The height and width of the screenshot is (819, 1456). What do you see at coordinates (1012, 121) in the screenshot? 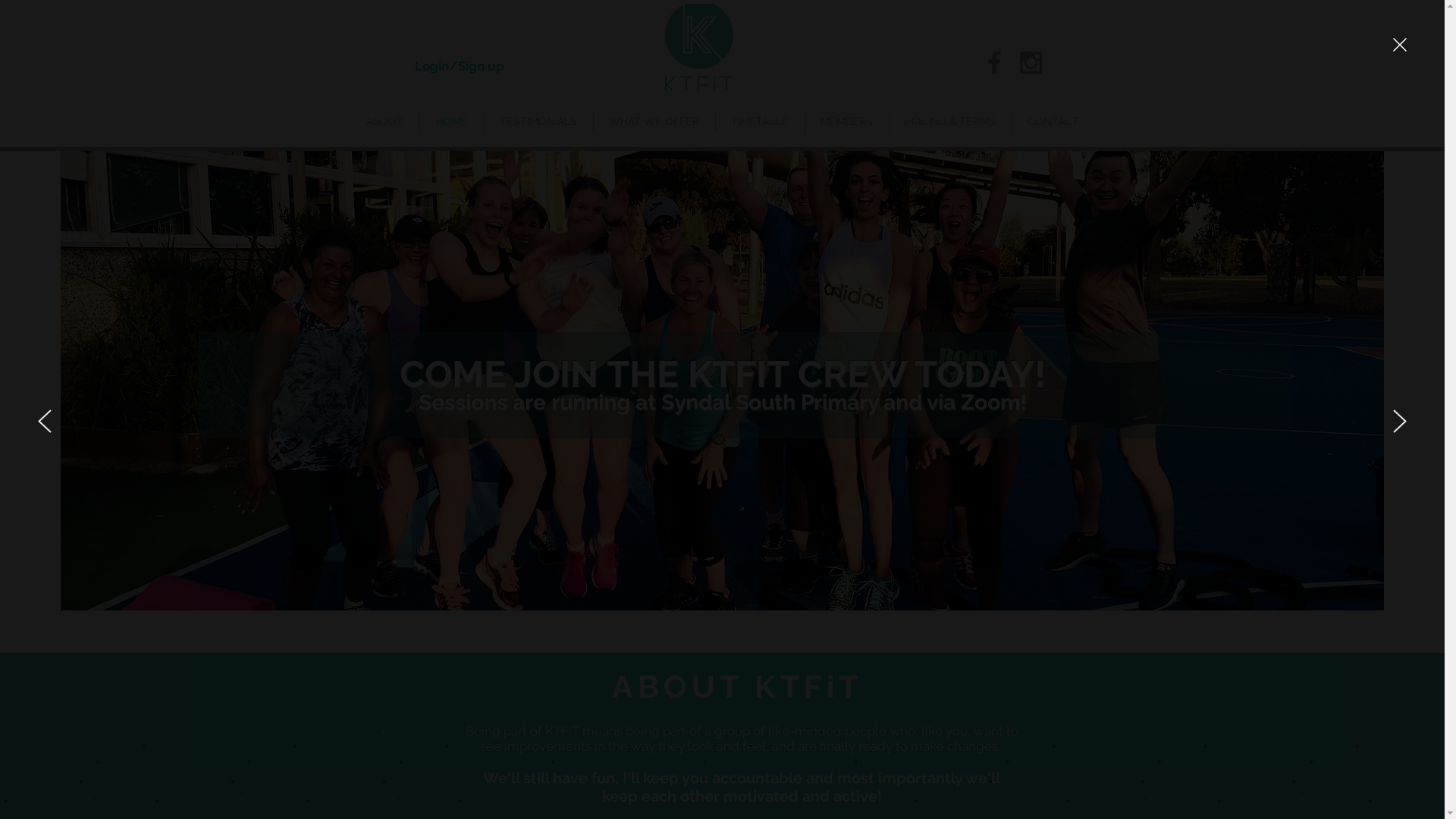
I see `'CONTACT'` at bounding box center [1012, 121].